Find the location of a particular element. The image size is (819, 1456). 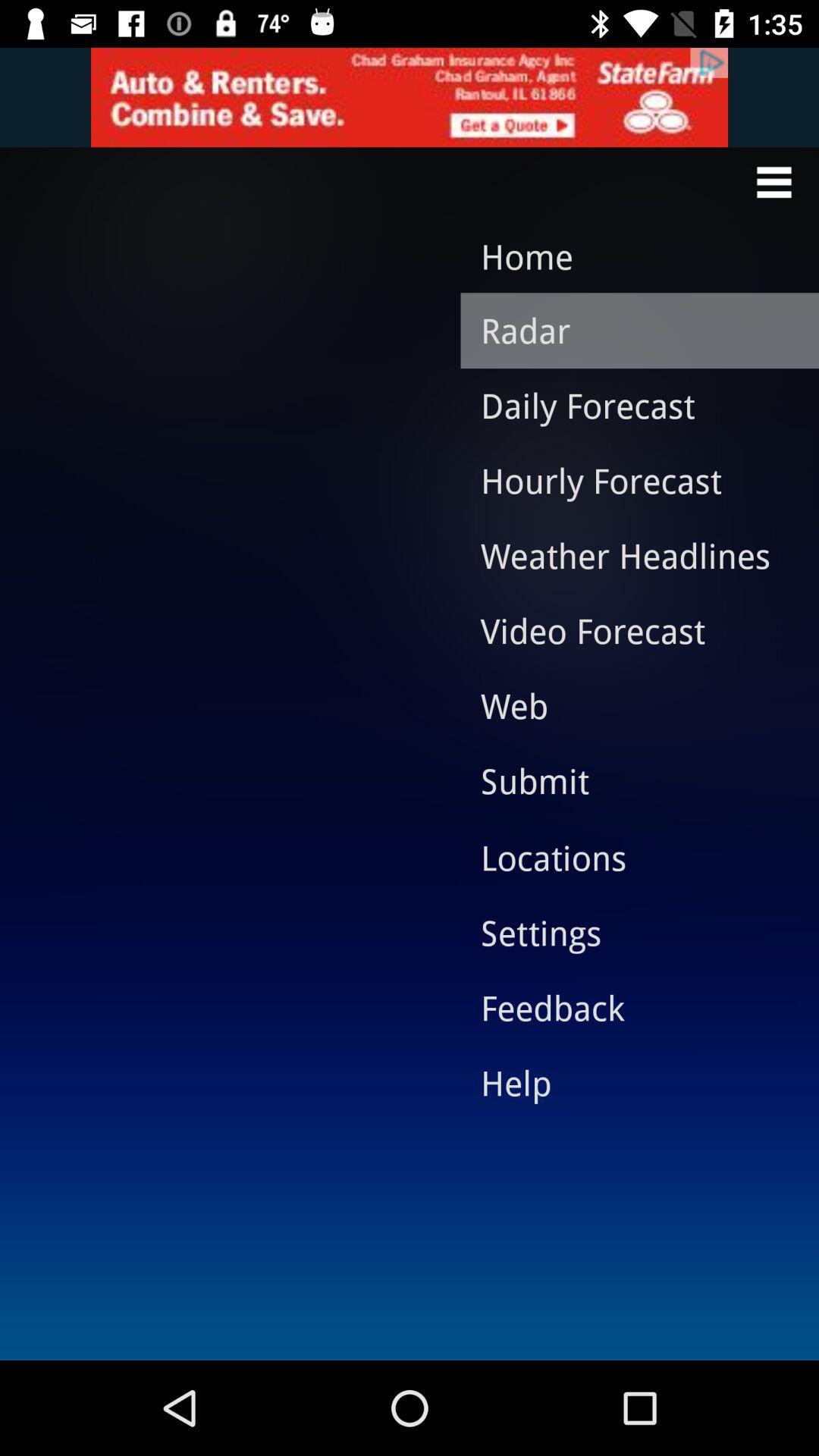

open advertisement for statefarm is located at coordinates (409, 96).